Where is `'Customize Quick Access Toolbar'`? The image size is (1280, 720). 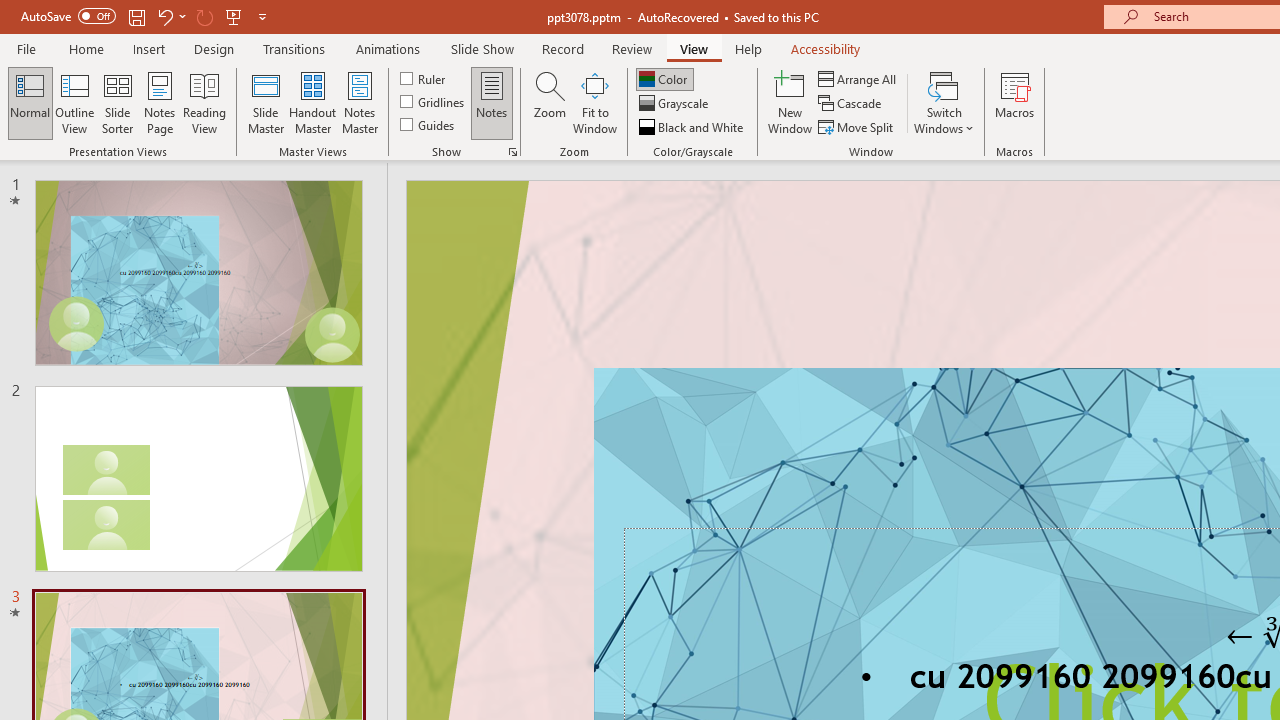 'Customize Quick Access Toolbar' is located at coordinates (262, 16).